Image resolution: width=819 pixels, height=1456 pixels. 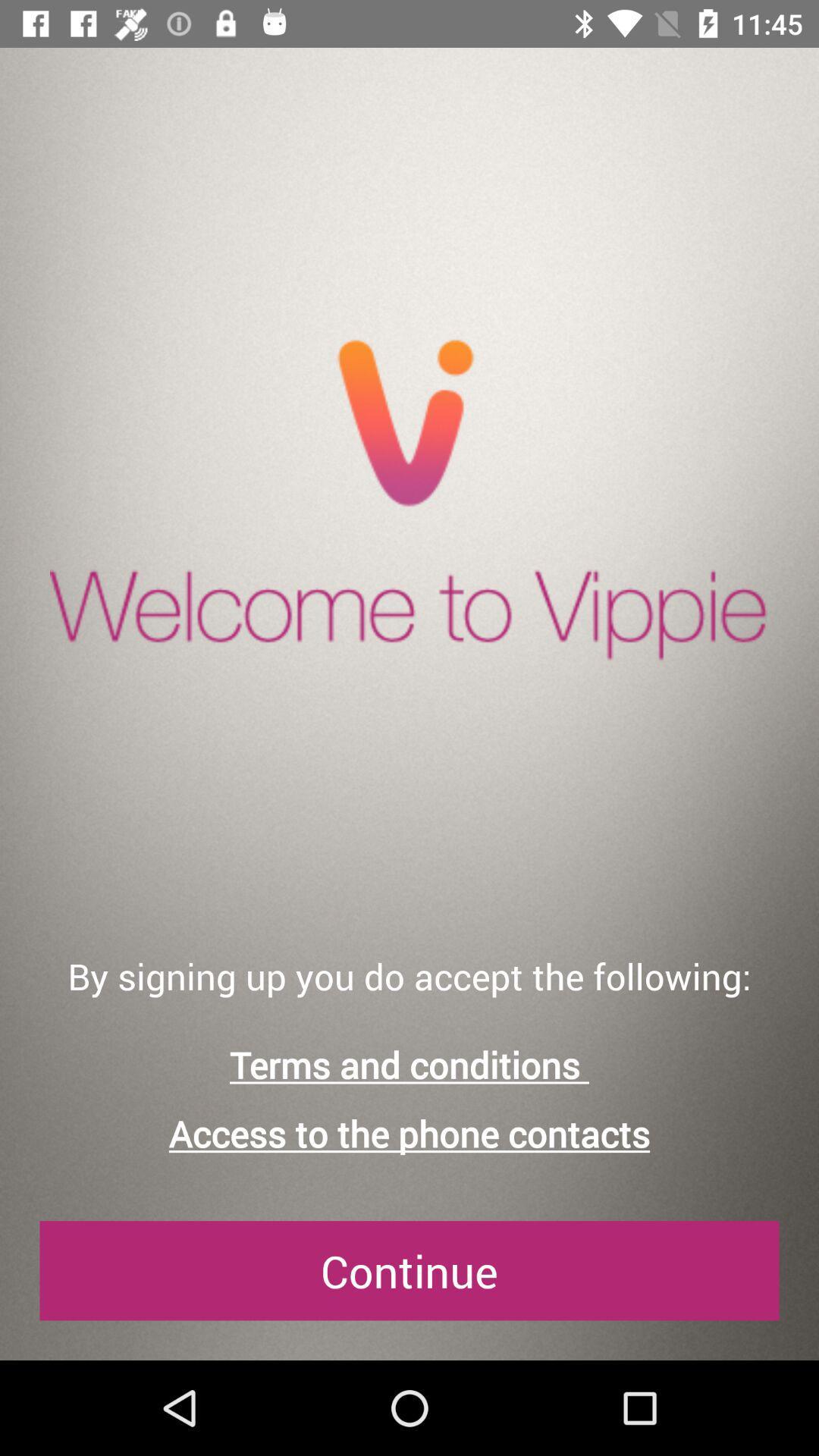 What do you see at coordinates (409, 1064) in the screenshot?
I see `item below by signing up icon` at bounding box center [409, 1064].